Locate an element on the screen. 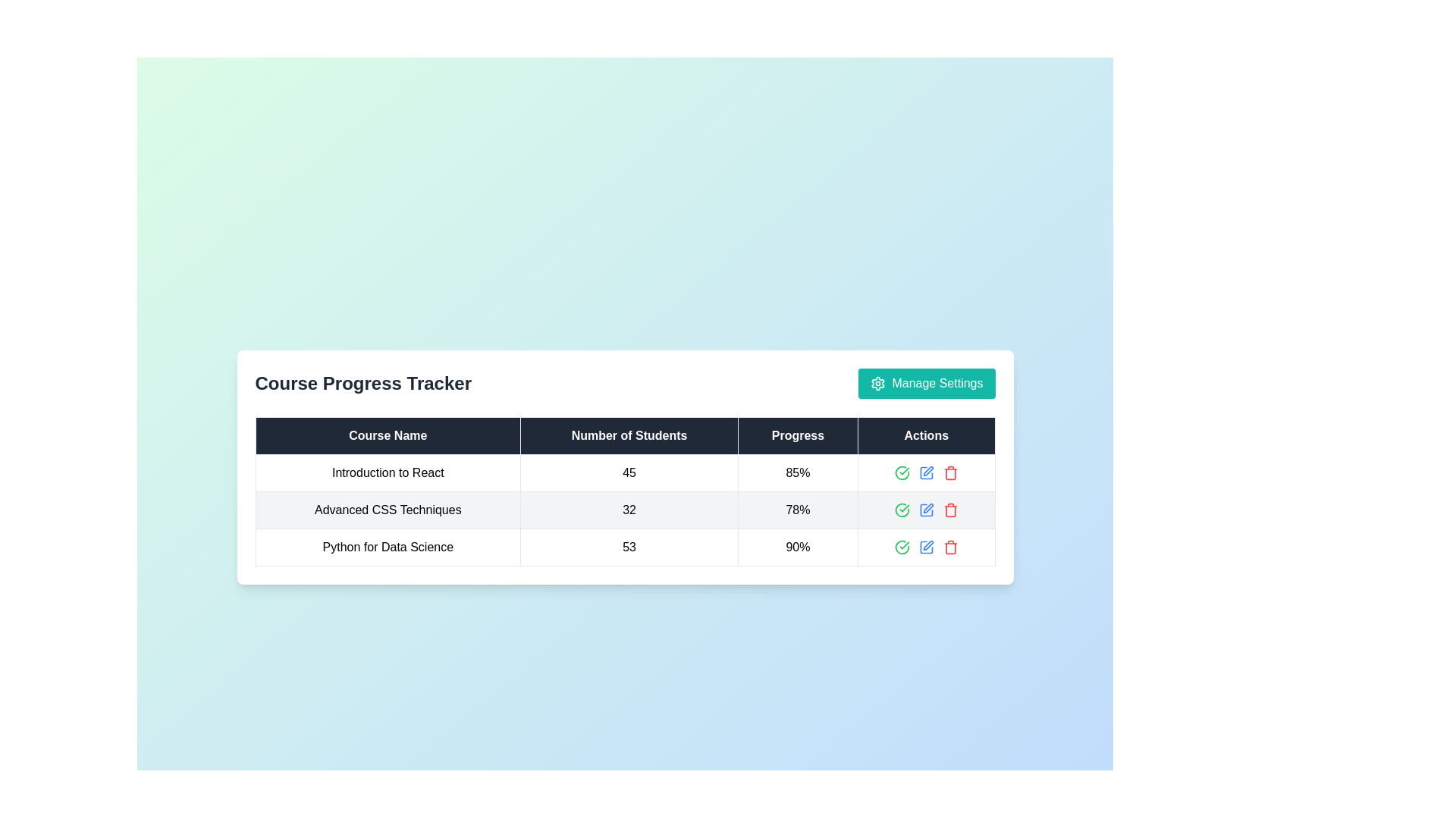  the delete button (trash icon) located in the 'Actions' column of the third row in the table is located at coordinates (949, 472).